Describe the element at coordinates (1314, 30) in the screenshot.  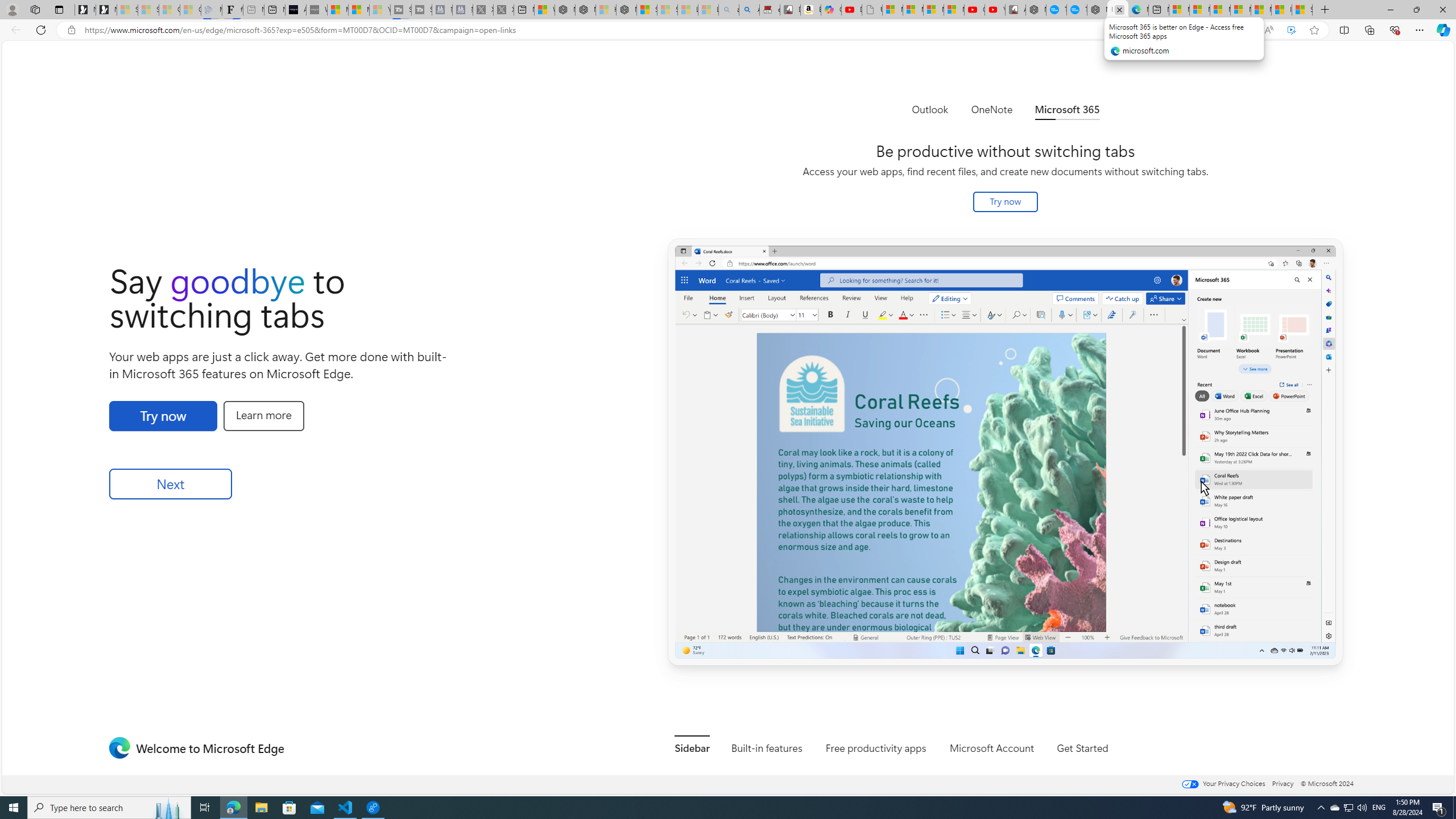
I see `'Add this page to favorites (Ctrl+D)'` at that location.